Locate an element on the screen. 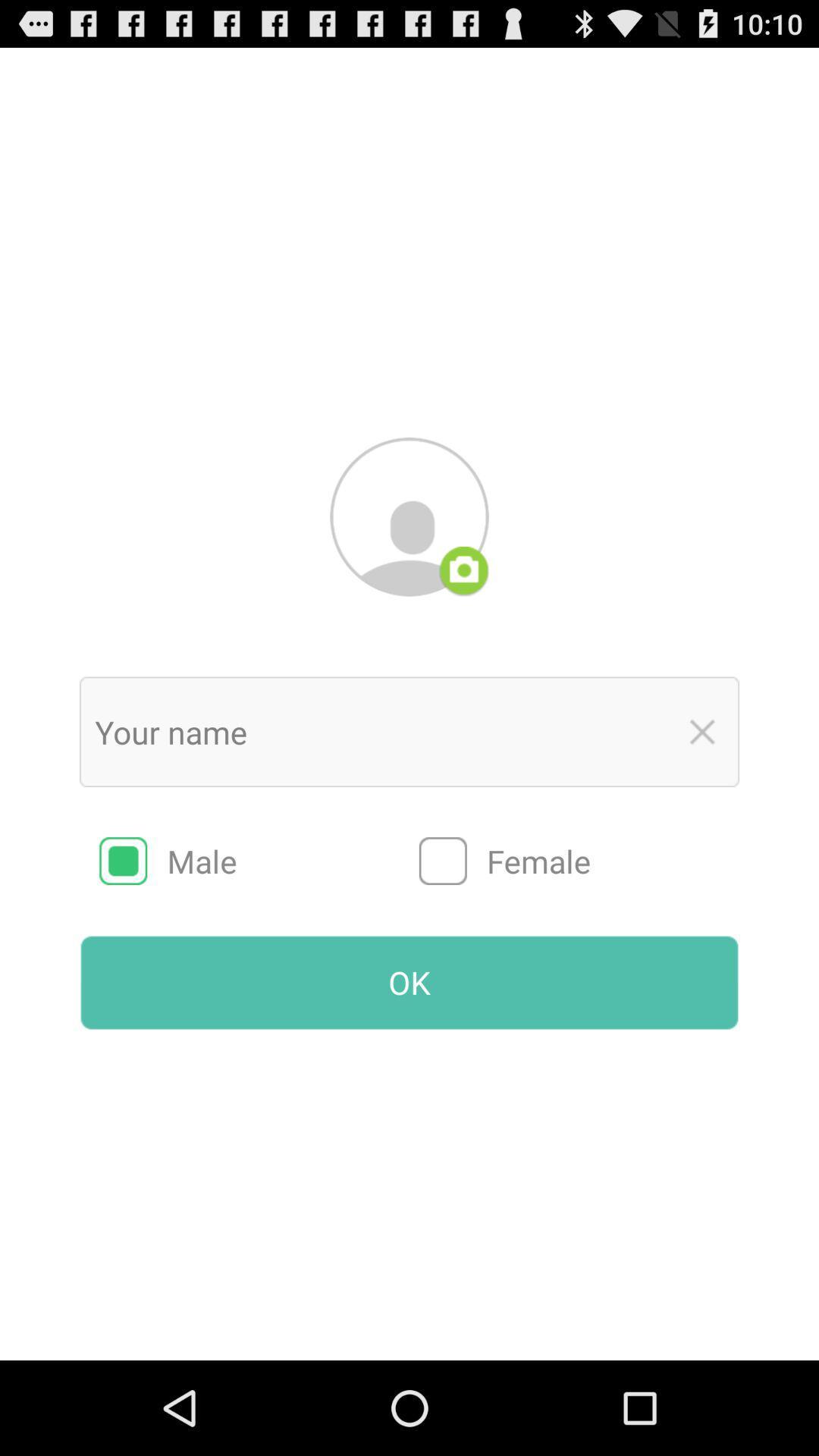  name field is located at coordinates (376, 732).